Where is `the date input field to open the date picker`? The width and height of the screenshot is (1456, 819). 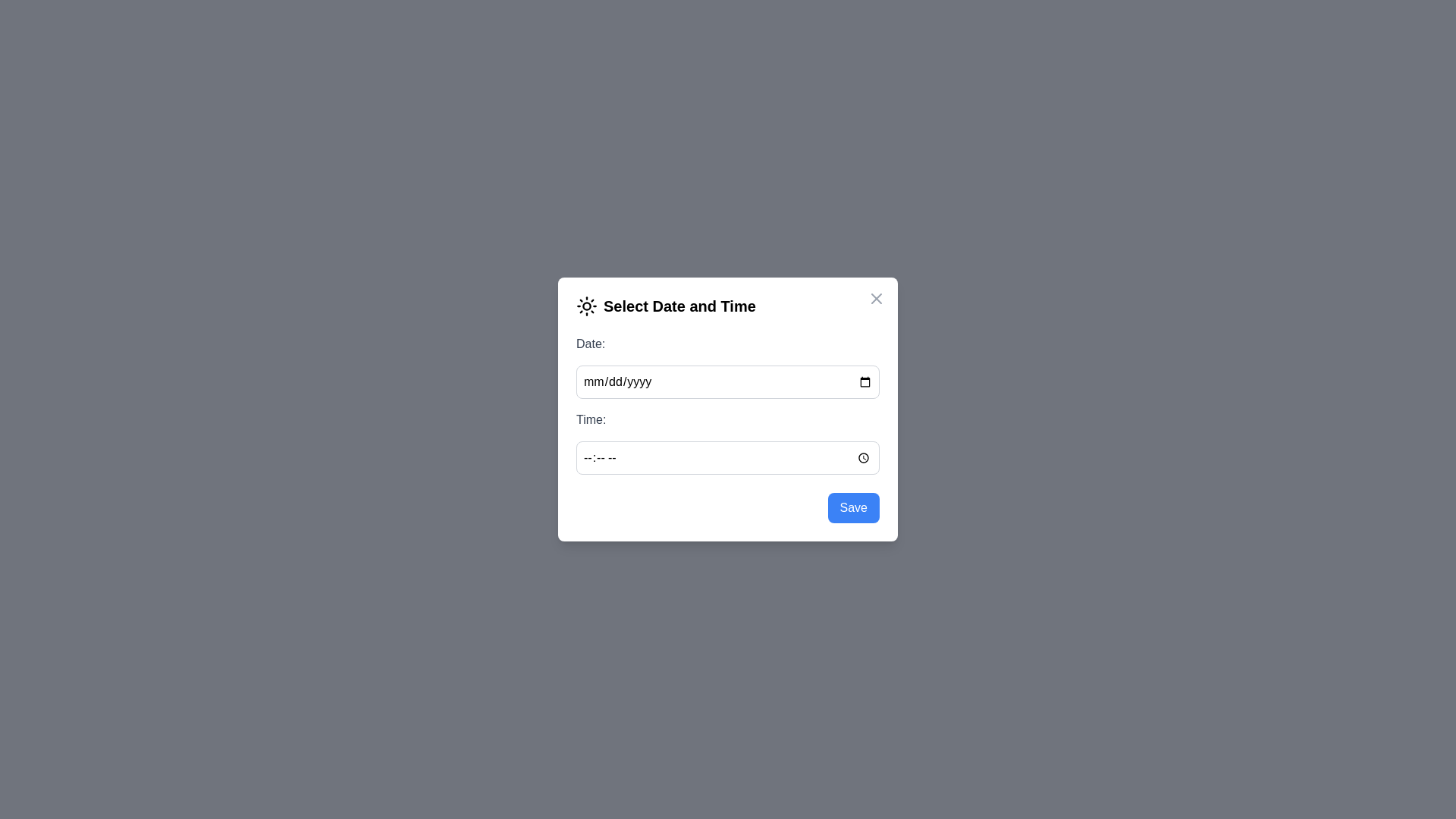 the date input field to open the date picker is located at coordinates (728, 381).